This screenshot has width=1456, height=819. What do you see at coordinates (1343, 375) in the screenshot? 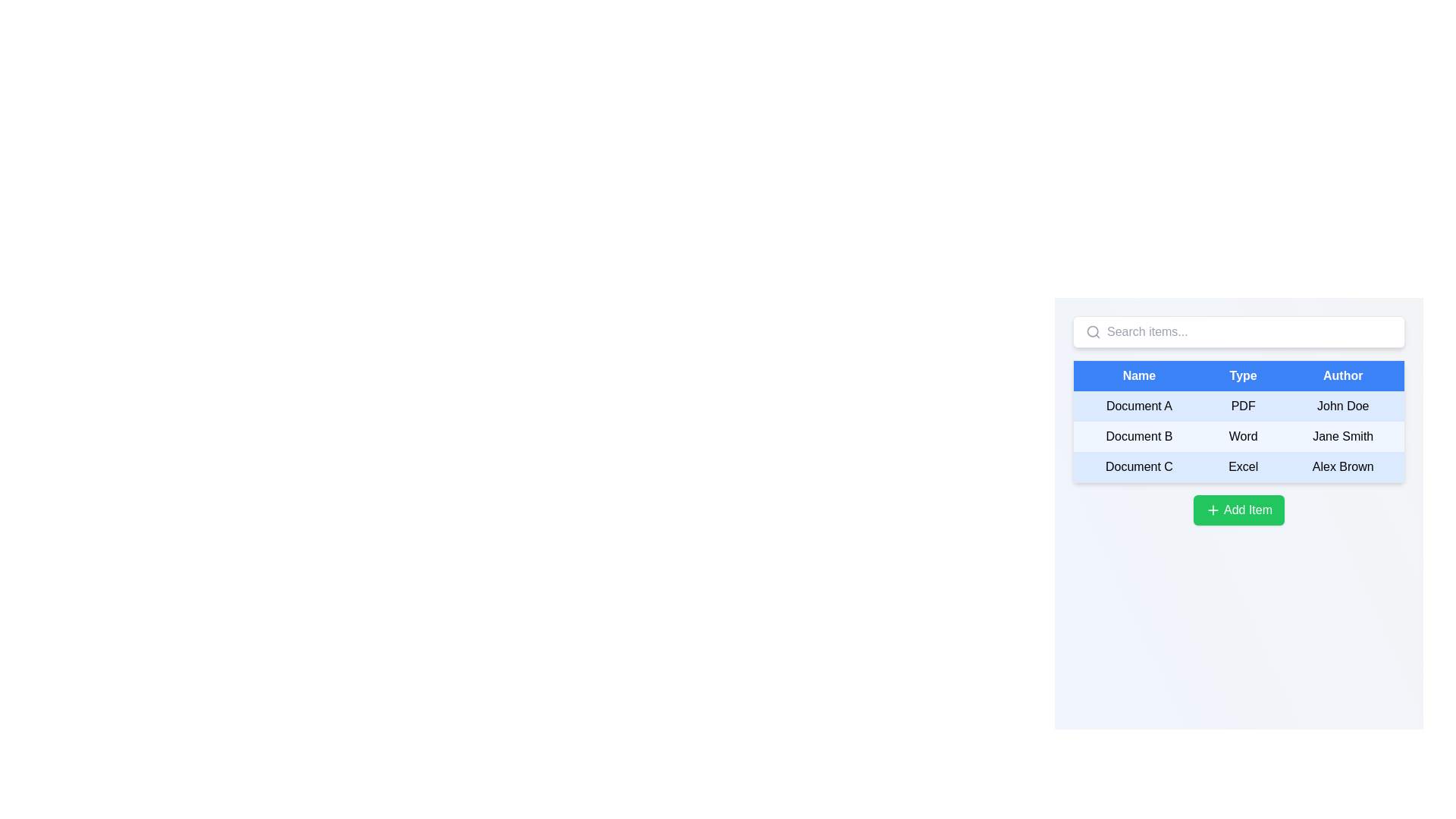
I see `the 'Author' column header, which is a rectangular button with a blue background and white text, positioned as the last column header in the row of a table-like structure` at bounding box center [1343, 375].